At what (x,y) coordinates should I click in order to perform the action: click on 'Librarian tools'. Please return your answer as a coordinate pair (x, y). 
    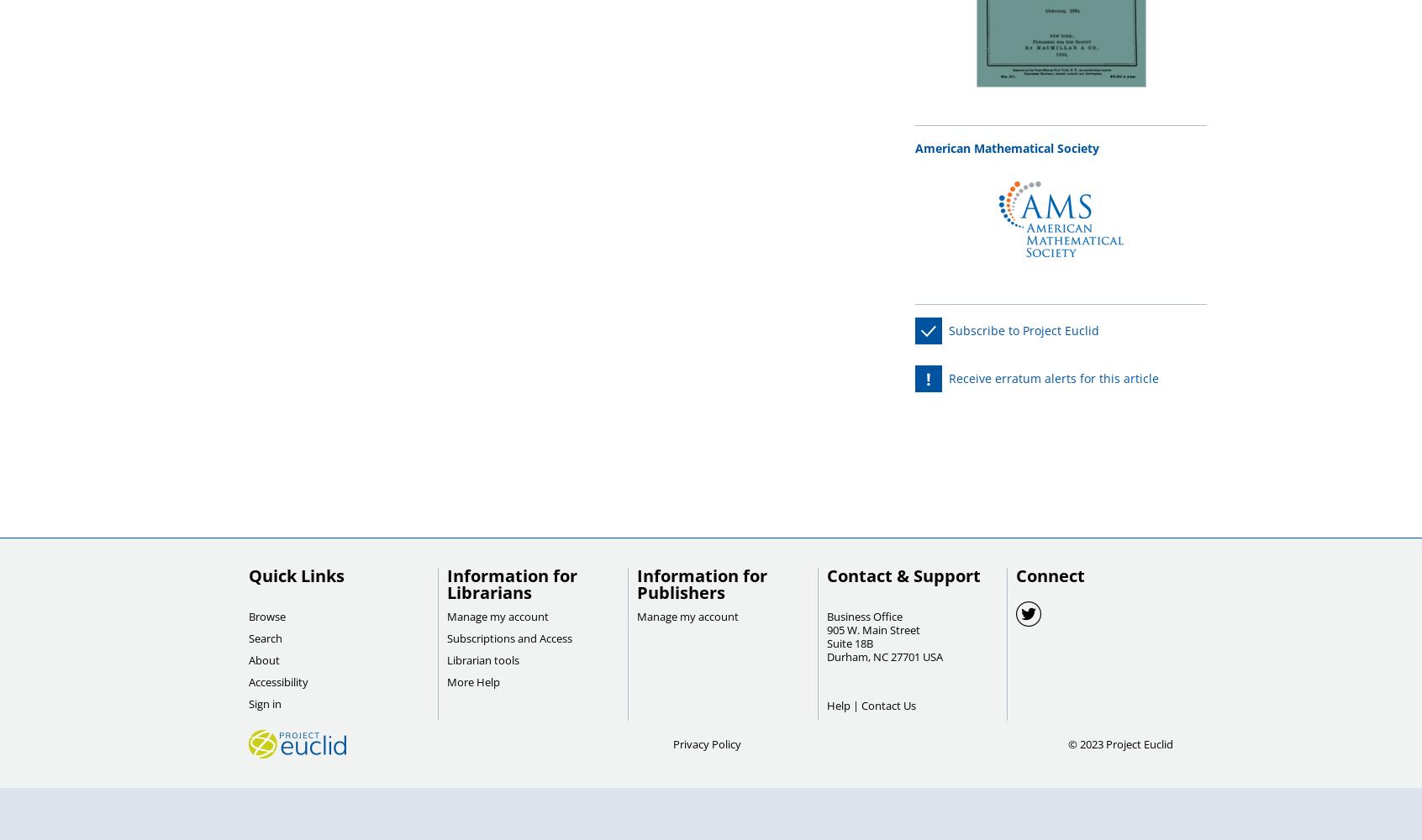
    Looking at the image, I should click on (482, 660).